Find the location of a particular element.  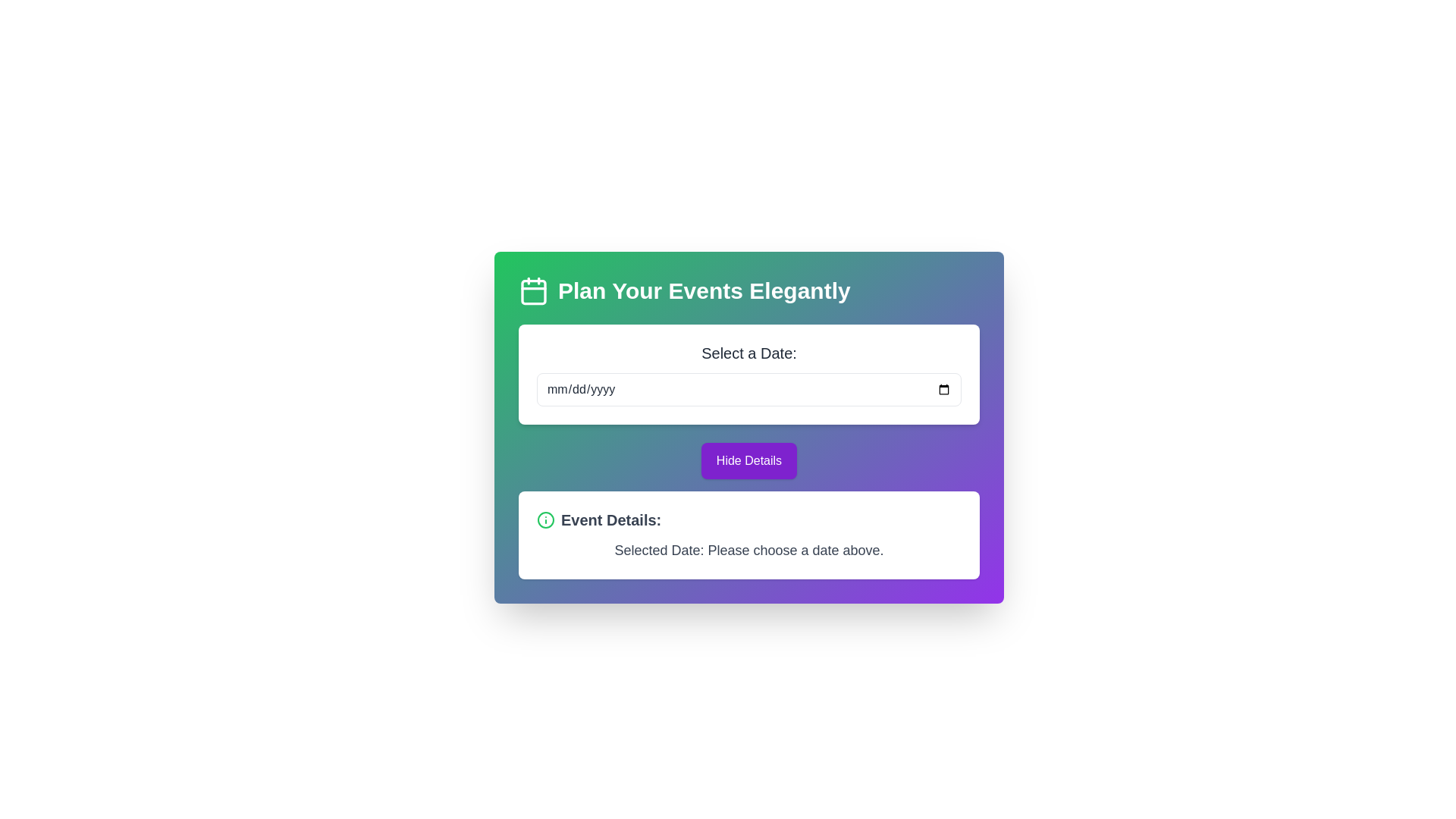

the info icon represented by the green SVG circle that frames the 'i' symbol, located to the left of the 'Event Details:' text is located at coordinates (546, 519).